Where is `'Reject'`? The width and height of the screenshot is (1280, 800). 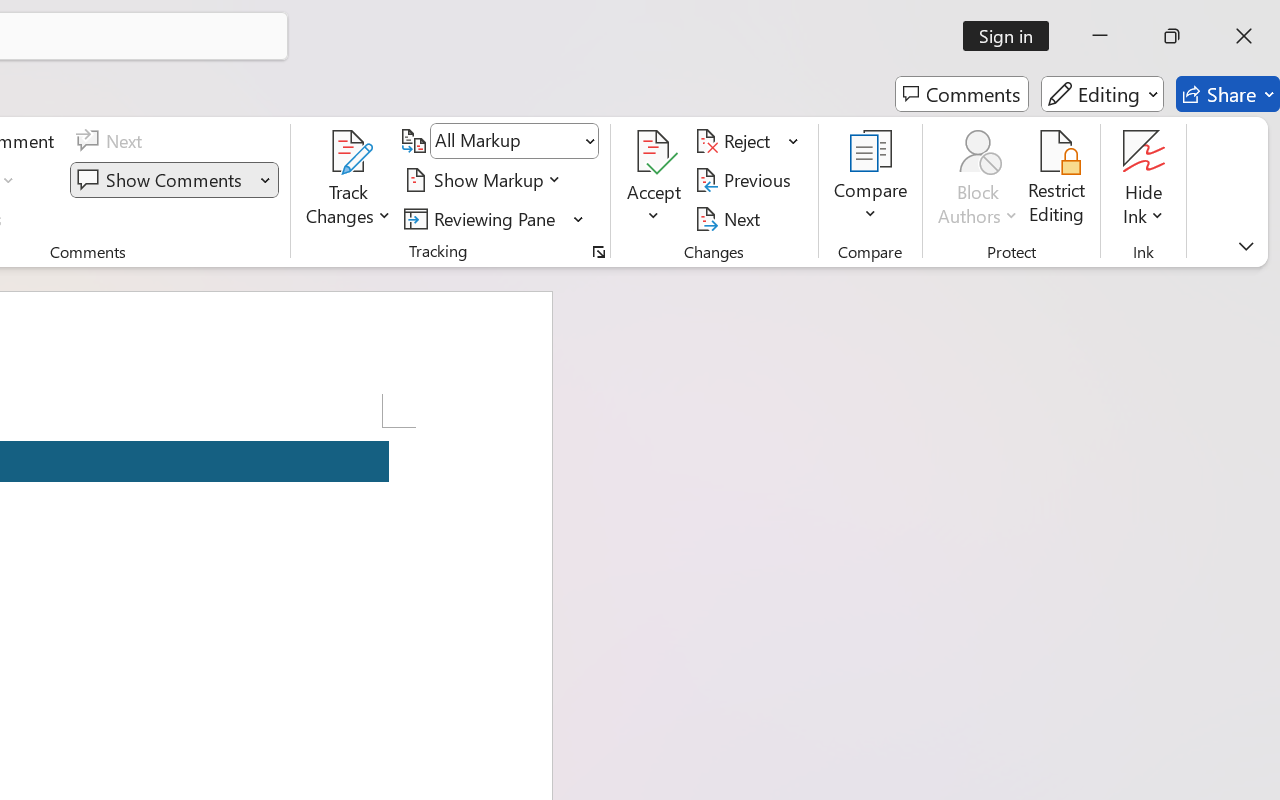 'Reject' is located at coordinates (746, 141).